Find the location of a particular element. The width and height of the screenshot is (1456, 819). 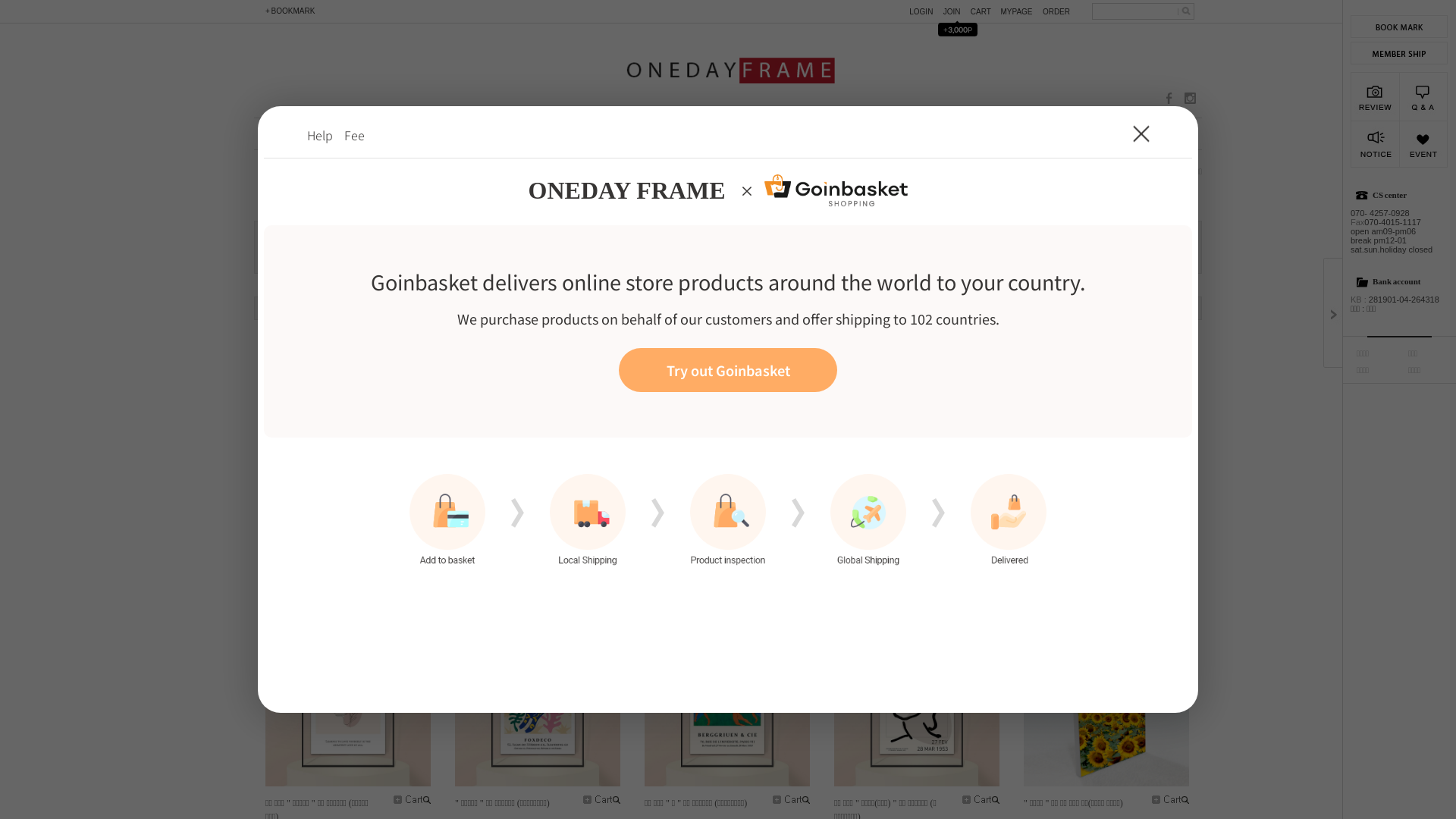

'MYPAGE' is located at coordinates (1019, 11).